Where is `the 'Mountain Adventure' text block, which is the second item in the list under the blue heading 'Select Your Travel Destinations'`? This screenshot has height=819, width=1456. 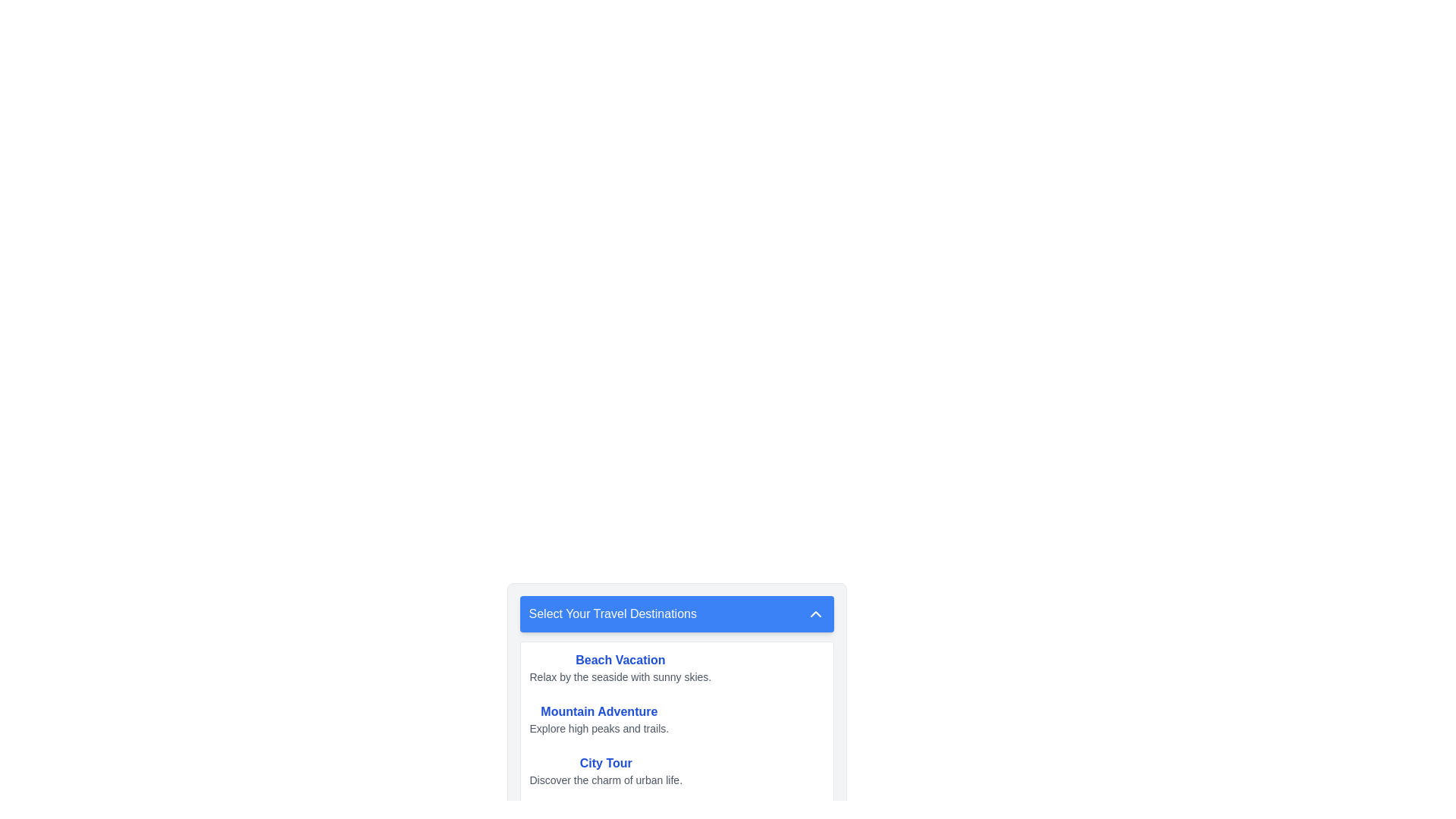
the 'Mountain Adventure' text block, which is the second item in the list under the blue heading 'Select Your Travel Destinations' is located at coordinates (598, 718).